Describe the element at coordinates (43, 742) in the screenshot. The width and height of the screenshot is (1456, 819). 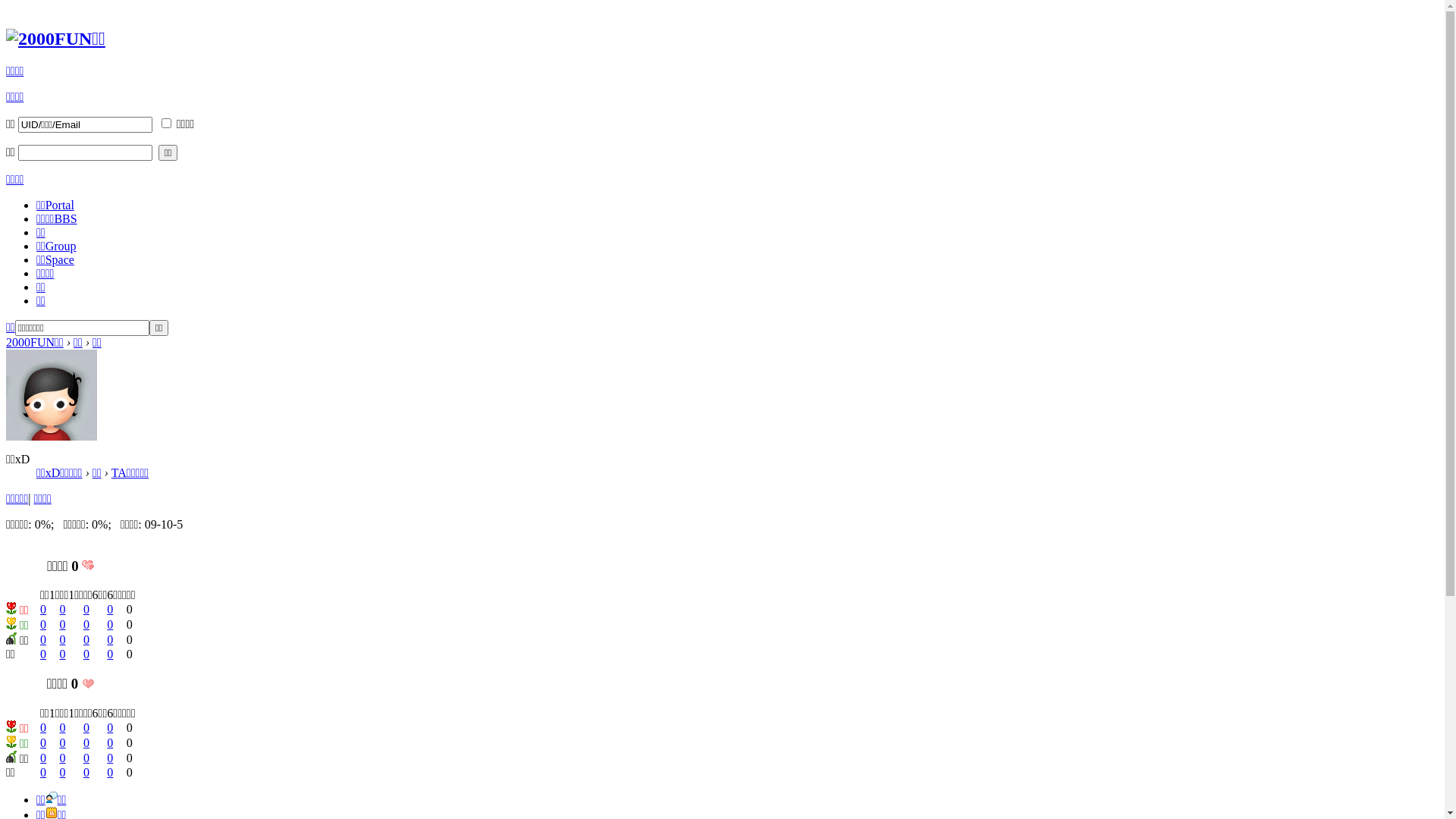
I see `'0'` at that location.